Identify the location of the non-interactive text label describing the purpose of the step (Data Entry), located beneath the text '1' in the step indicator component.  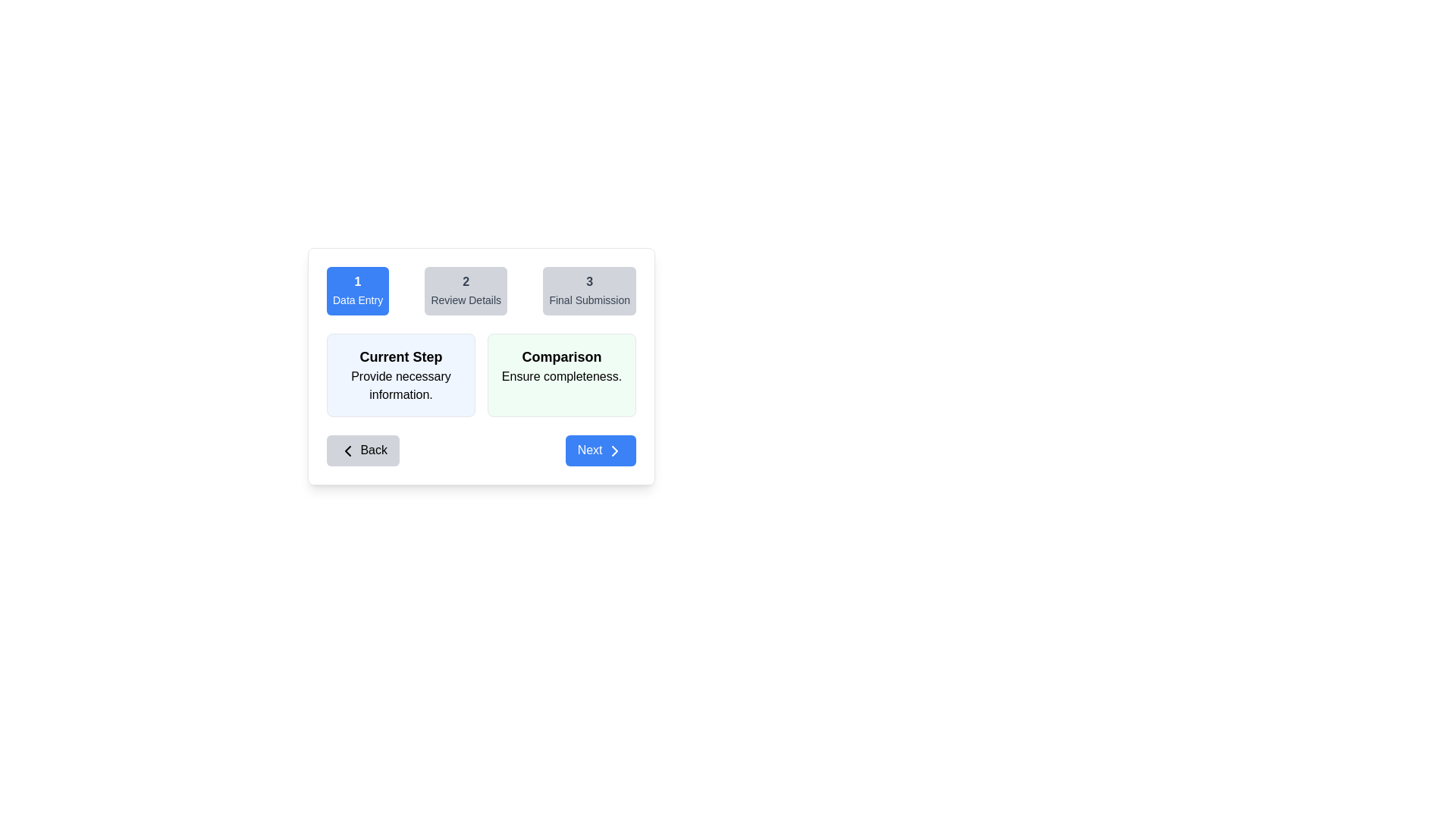
(357, 300).